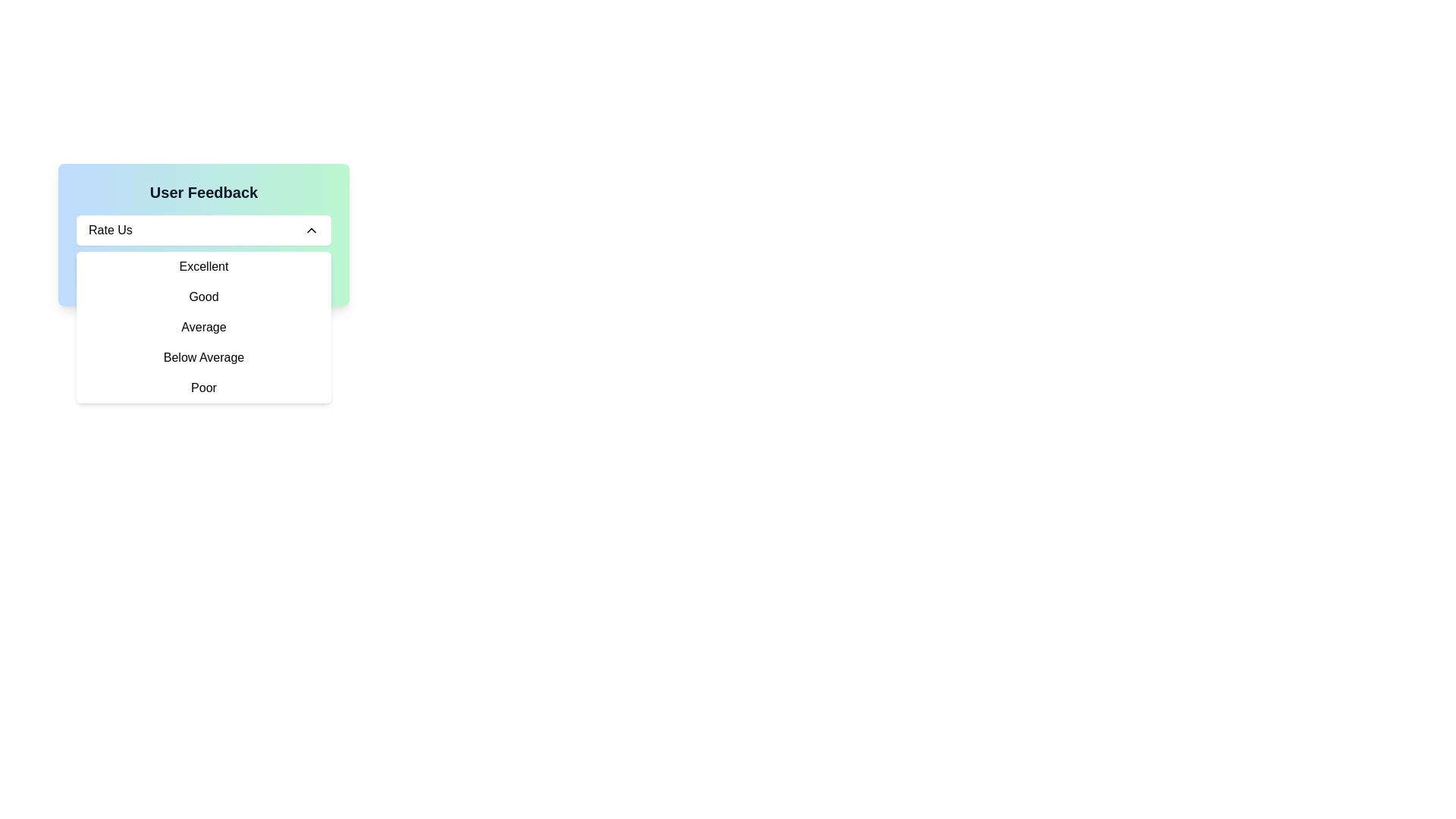 The image size is (1456, 819). I want to click on the 'Good' option in the dropdown menu, which is the second option beneath the 'Rate Us' selection field, so click(202, 297).